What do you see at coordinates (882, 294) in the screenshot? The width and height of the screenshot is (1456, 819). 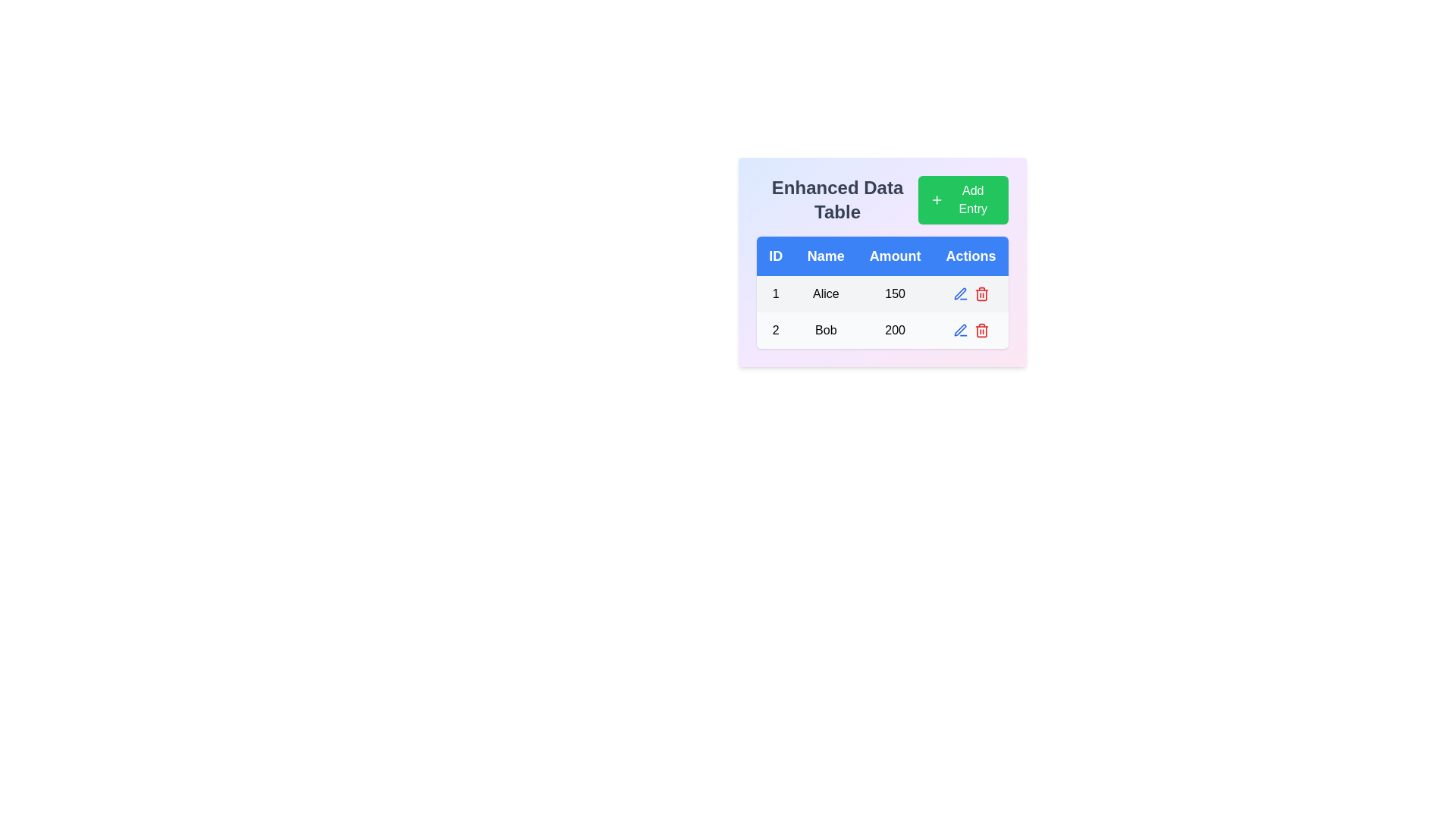 I see `text content of the first row in the data table, which includes ID '1', name 'Alice', and amount '150'` at bounding box center [882, 294].